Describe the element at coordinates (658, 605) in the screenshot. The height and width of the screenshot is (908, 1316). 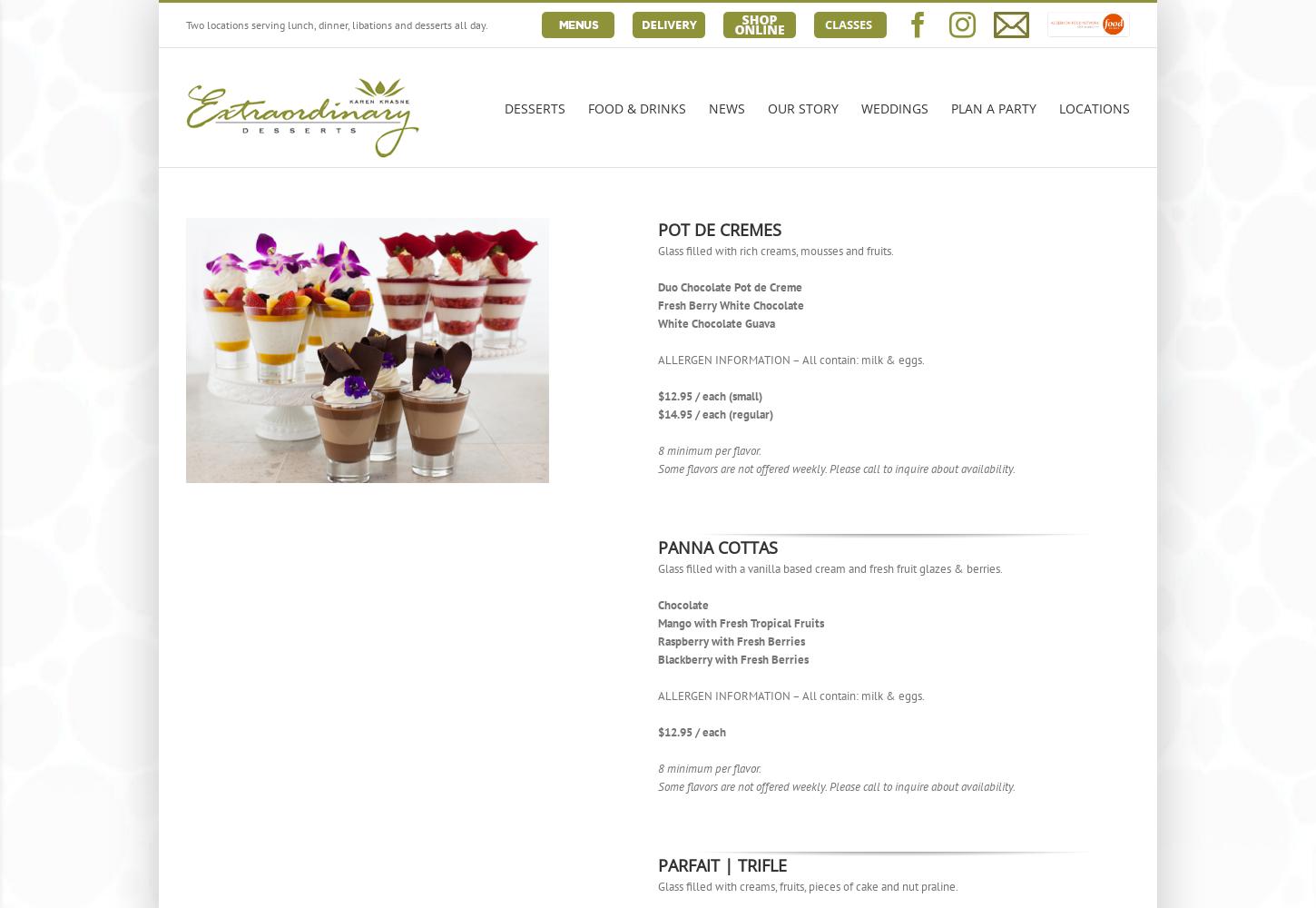
I see `'Chocolate'` at that location.